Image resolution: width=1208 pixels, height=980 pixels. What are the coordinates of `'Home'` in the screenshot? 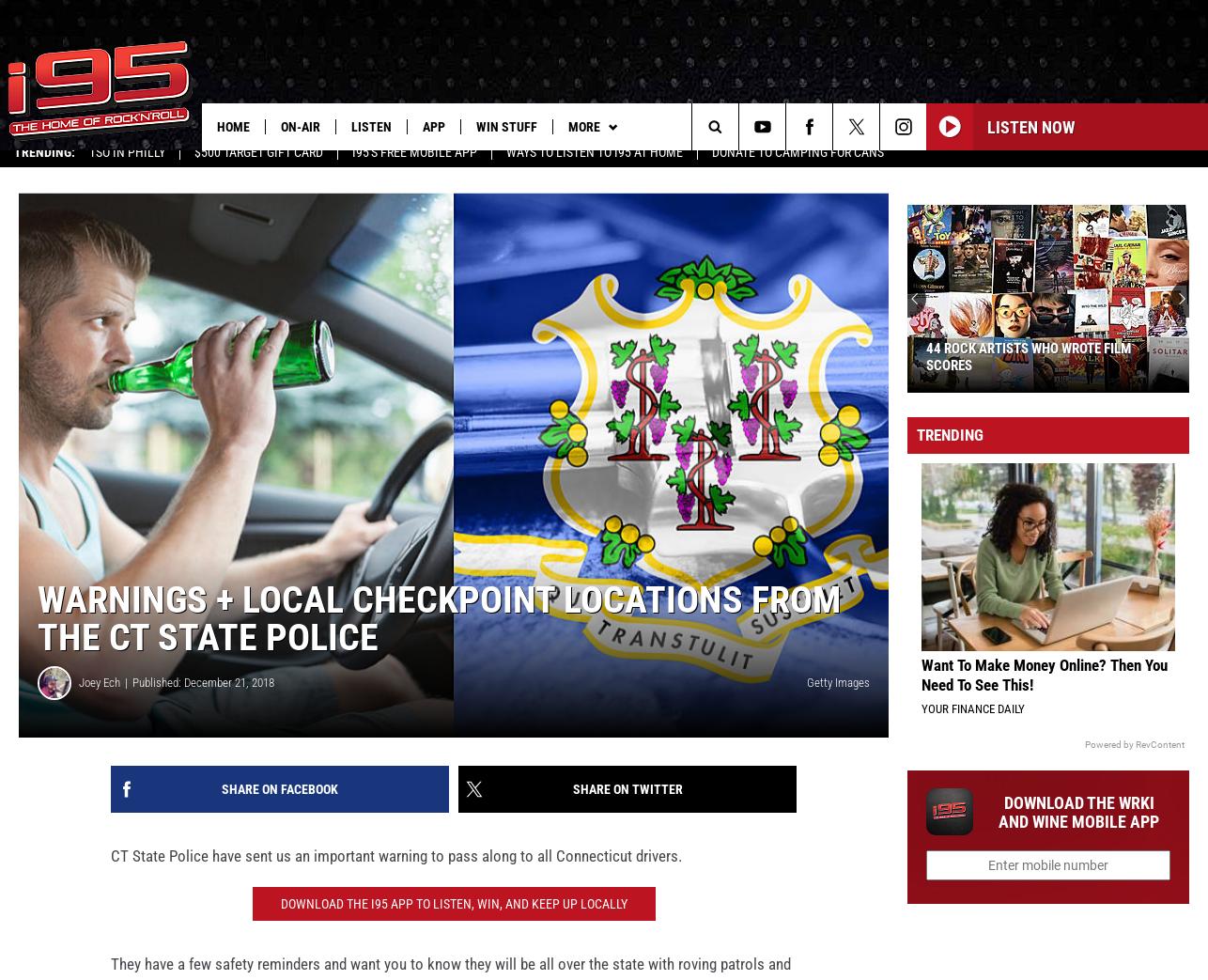 It's located at (233, 126).